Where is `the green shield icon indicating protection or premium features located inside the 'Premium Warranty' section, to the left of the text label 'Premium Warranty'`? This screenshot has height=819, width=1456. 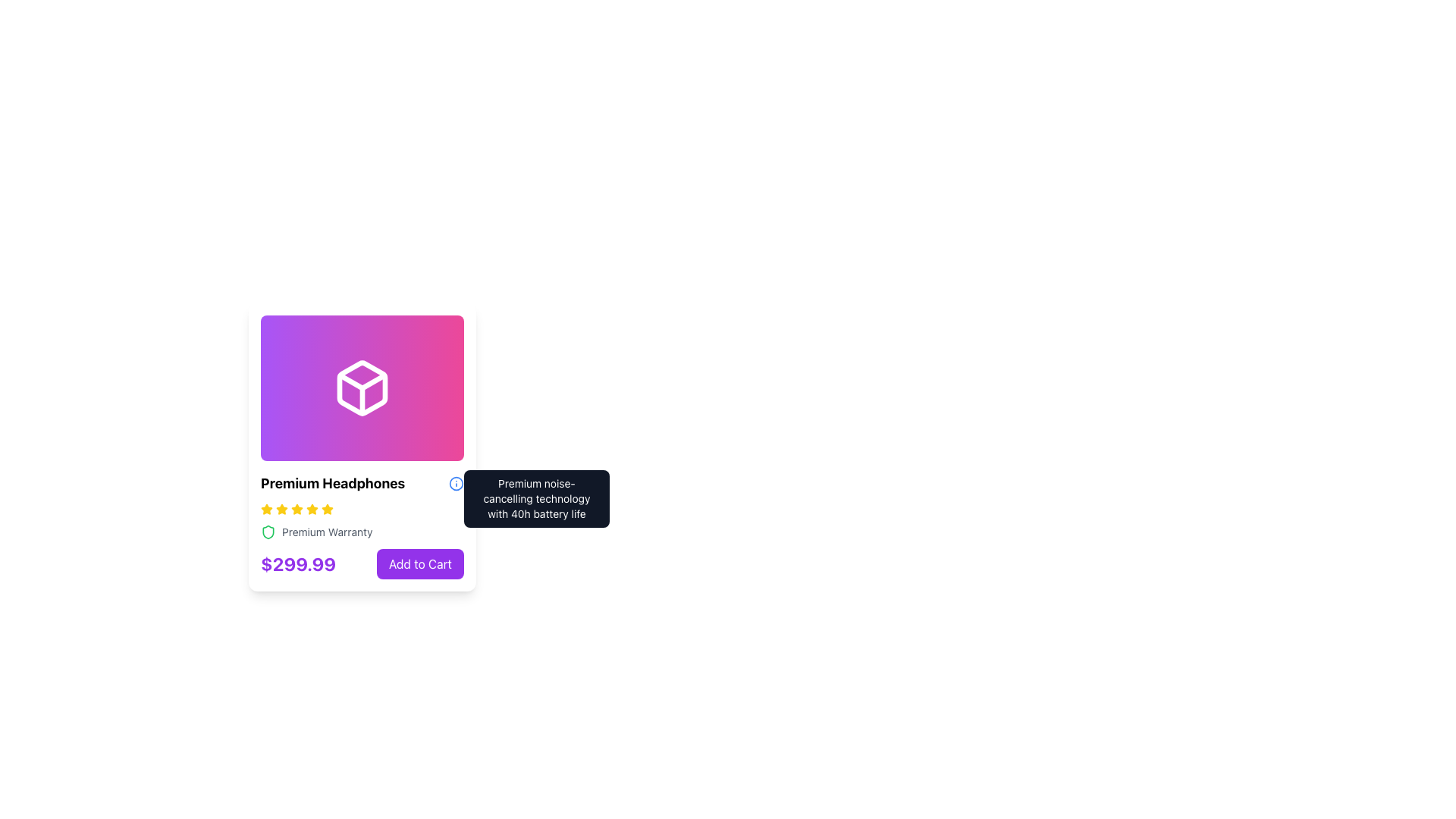 the green shield icon indicating protection or premium features located inside the 'Premium Warranty' section, to the left of the text label 'Premium Warranty' is located at coordinates (268, 532).